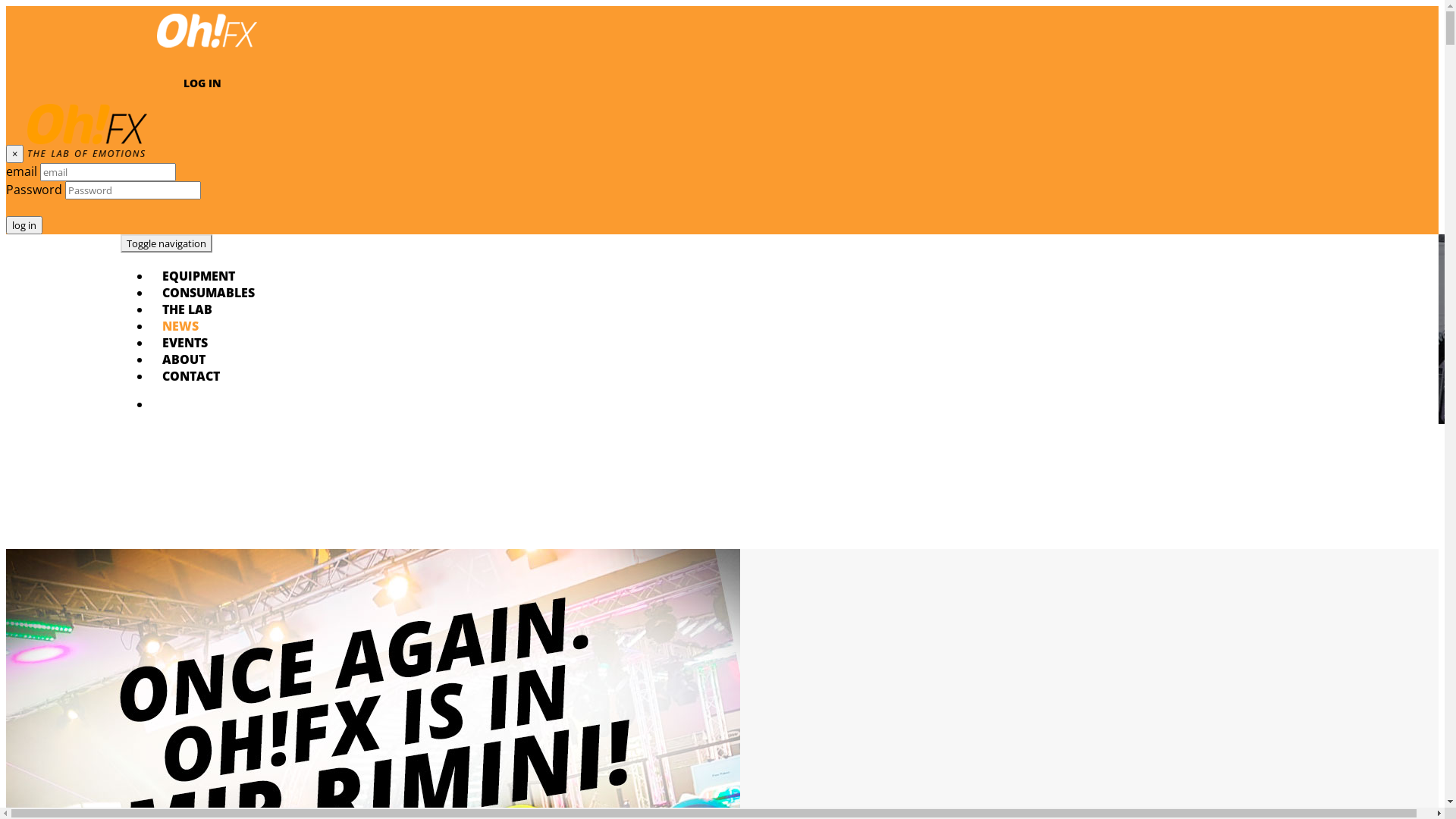 This screenshot has height=819, width=1456. Describe the element at coordinates (162, 275) in the screenshot. I see `'EQUIPMENT'` at that location.